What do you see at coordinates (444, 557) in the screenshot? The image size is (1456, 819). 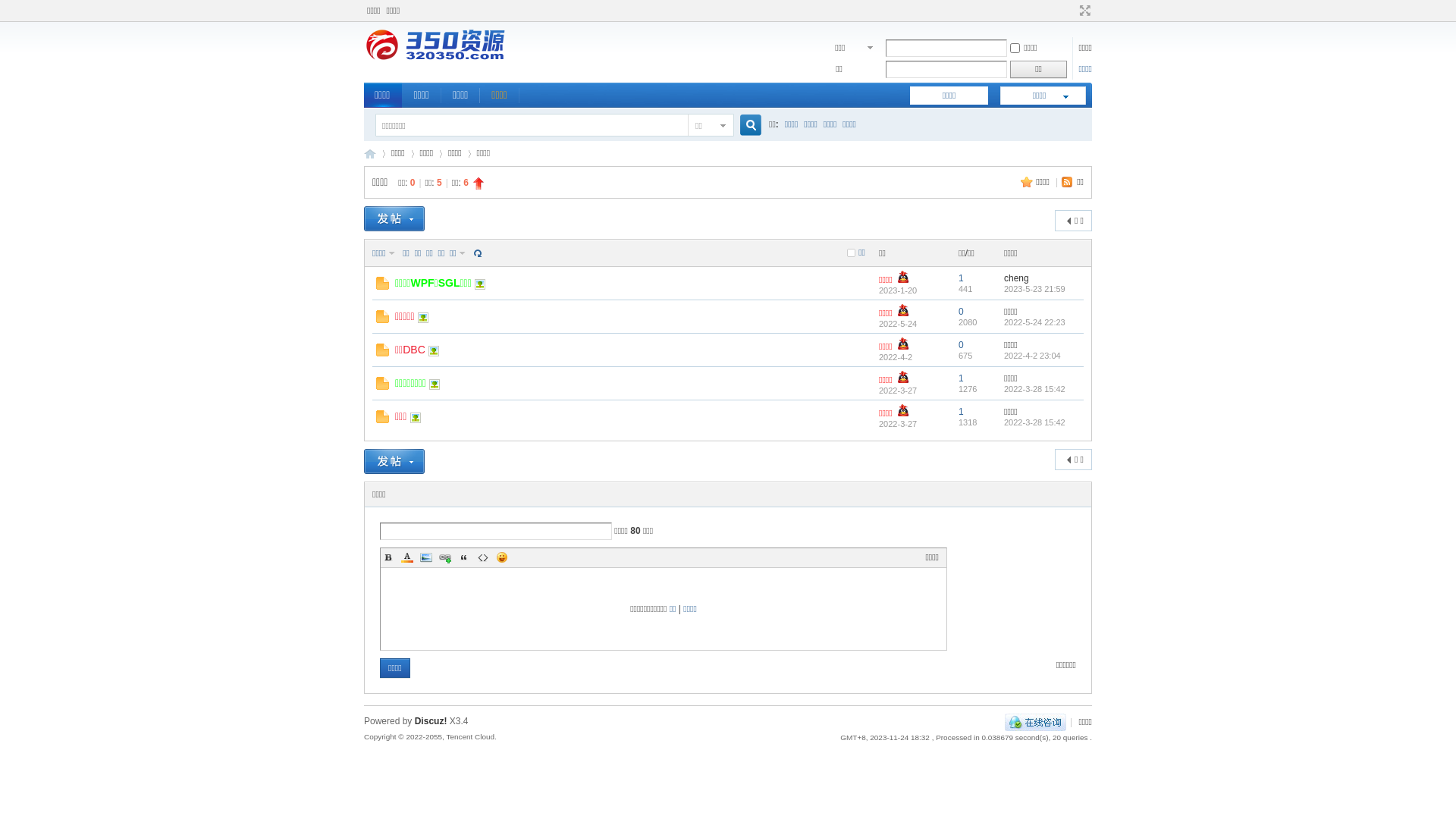 I see `'Link'` at bounding box center [444, 557].